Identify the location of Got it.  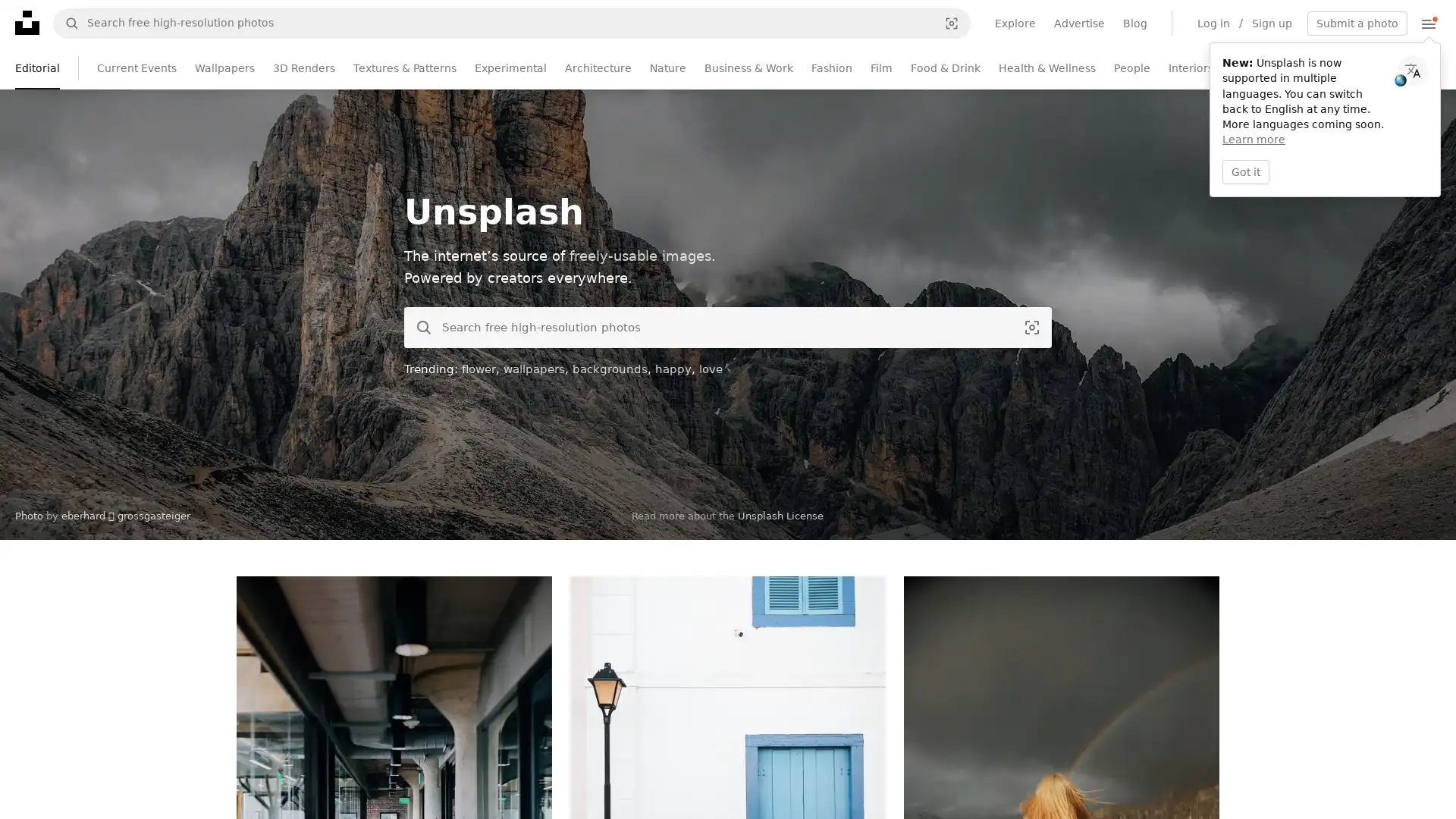
(1245, 171).